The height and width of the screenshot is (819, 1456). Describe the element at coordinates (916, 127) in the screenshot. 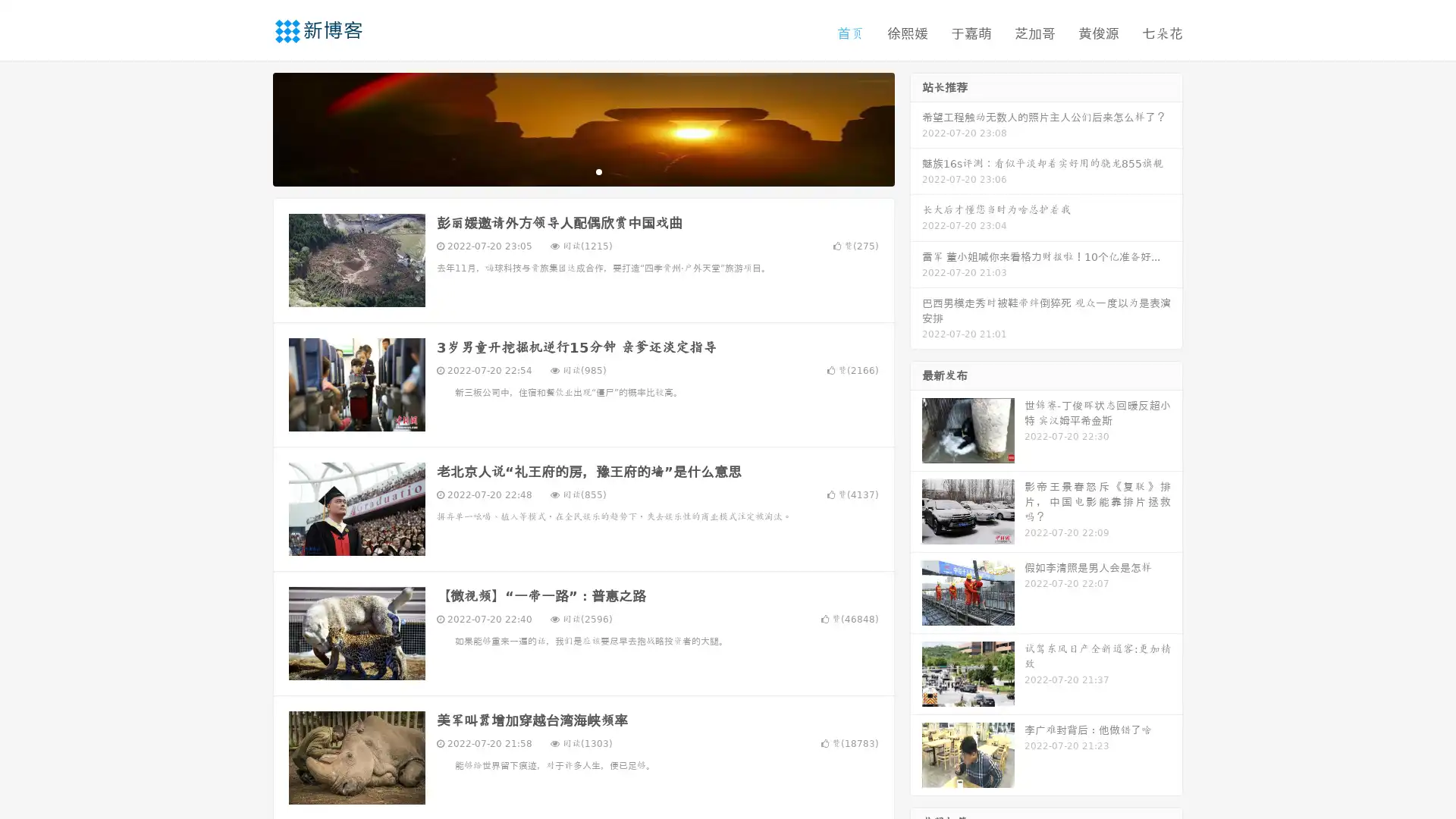

I see `Next slide` at that location.